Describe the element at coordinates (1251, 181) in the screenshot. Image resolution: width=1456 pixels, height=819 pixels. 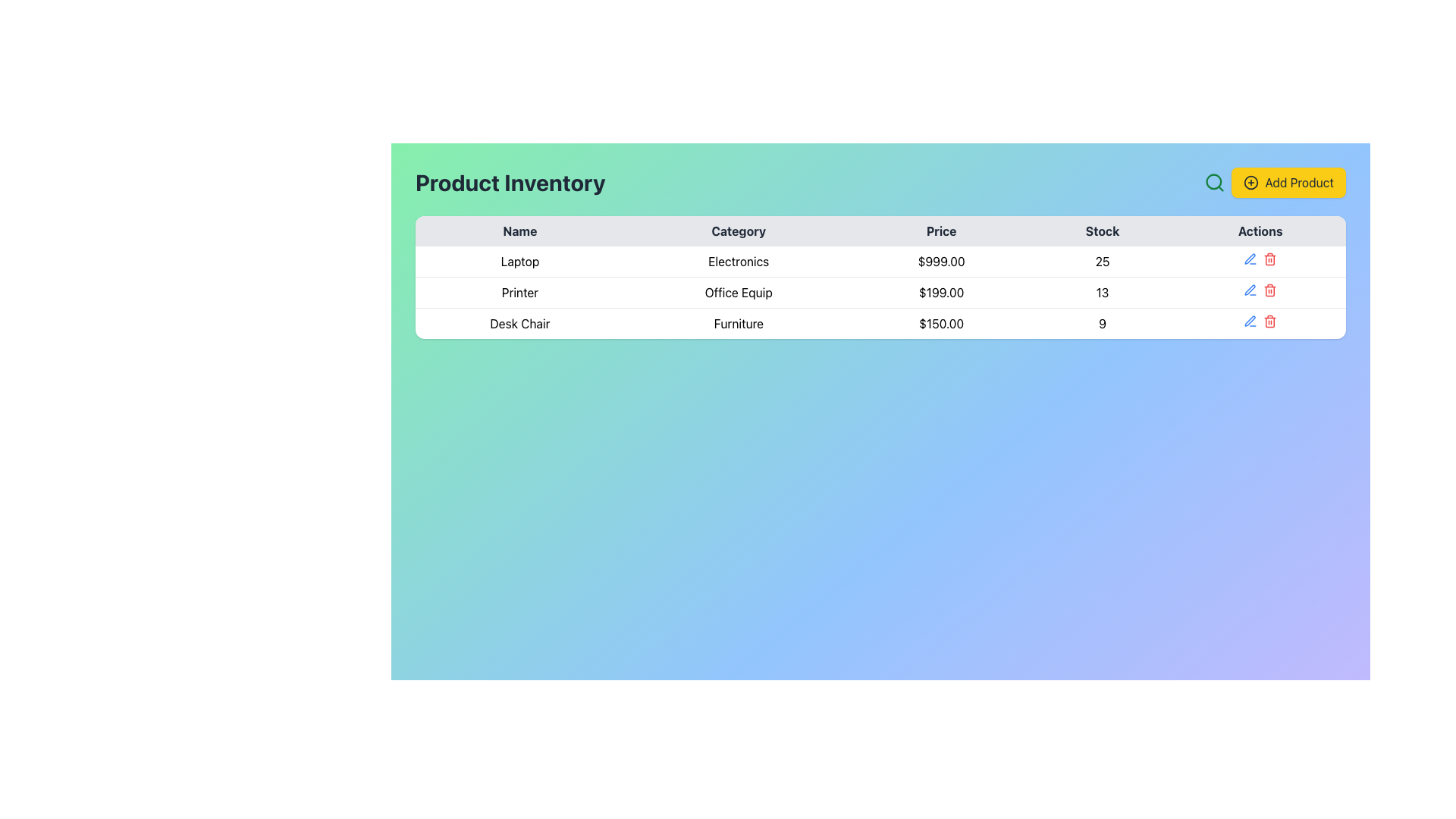
I see `the circular icon with a black outline on a yellow background, located within the 'Add Product' button at the top-right corner of the page layout` at that location.